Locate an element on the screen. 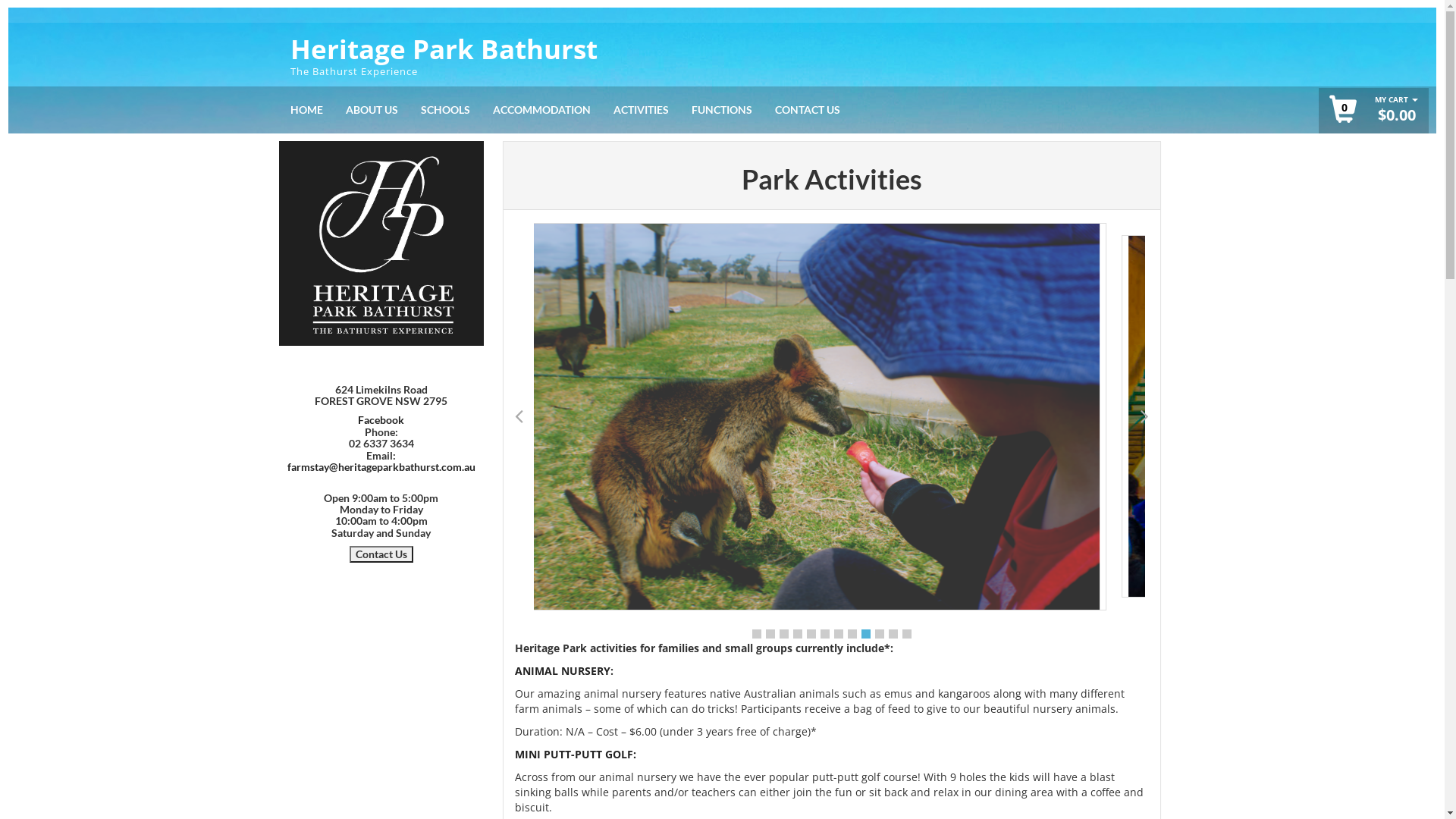 This screenshot has height=819, width=1456. 'Contact Us' is located at coordinates (348, 554).